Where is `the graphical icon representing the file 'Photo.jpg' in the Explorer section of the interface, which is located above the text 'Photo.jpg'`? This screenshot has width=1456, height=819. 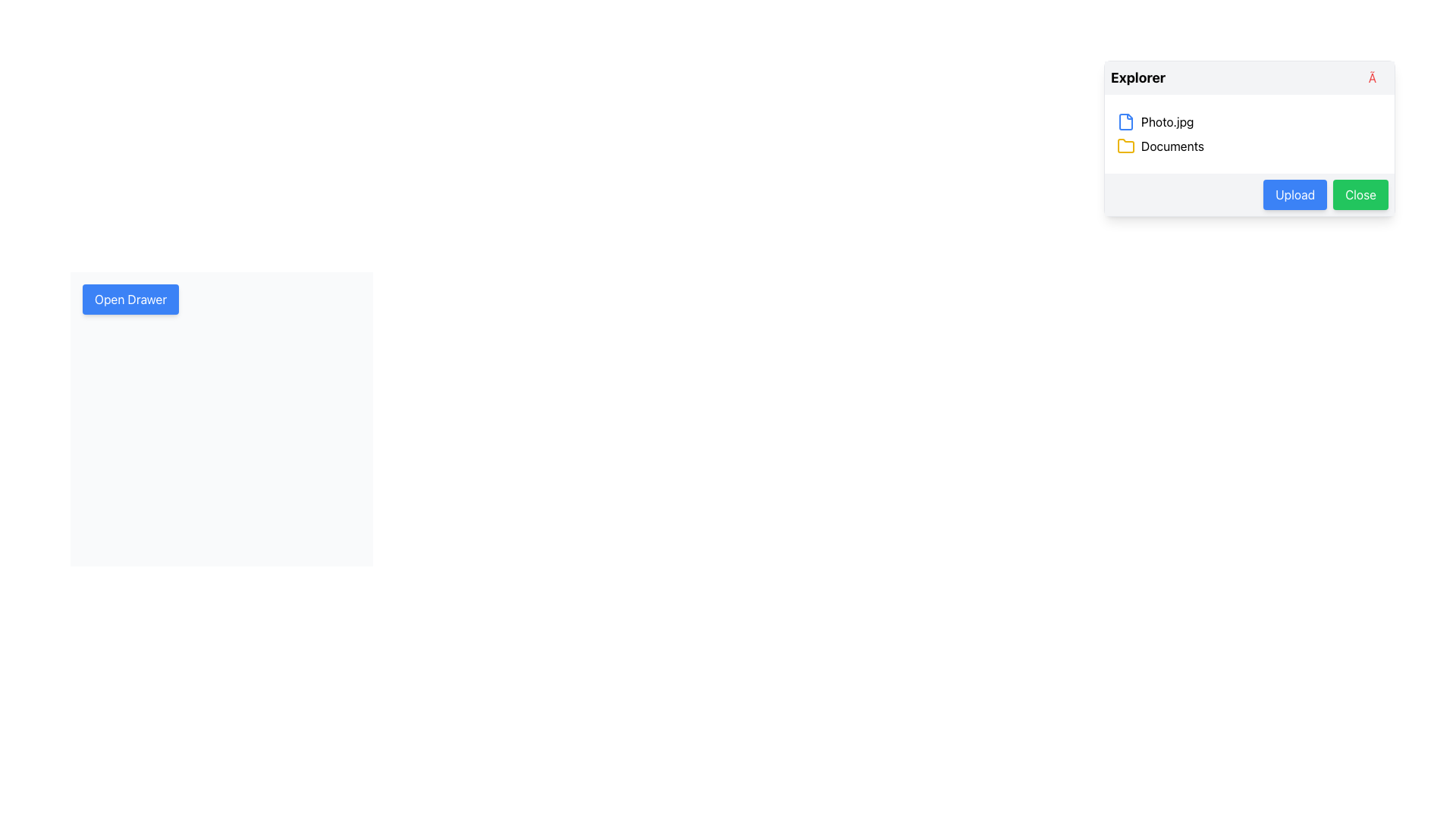 the graphical icon representing the file 'Photo.jpg' in the Explorer section of the interface, which is located above the text 'Photo.jpg' is located at coordinates (1125, 121).